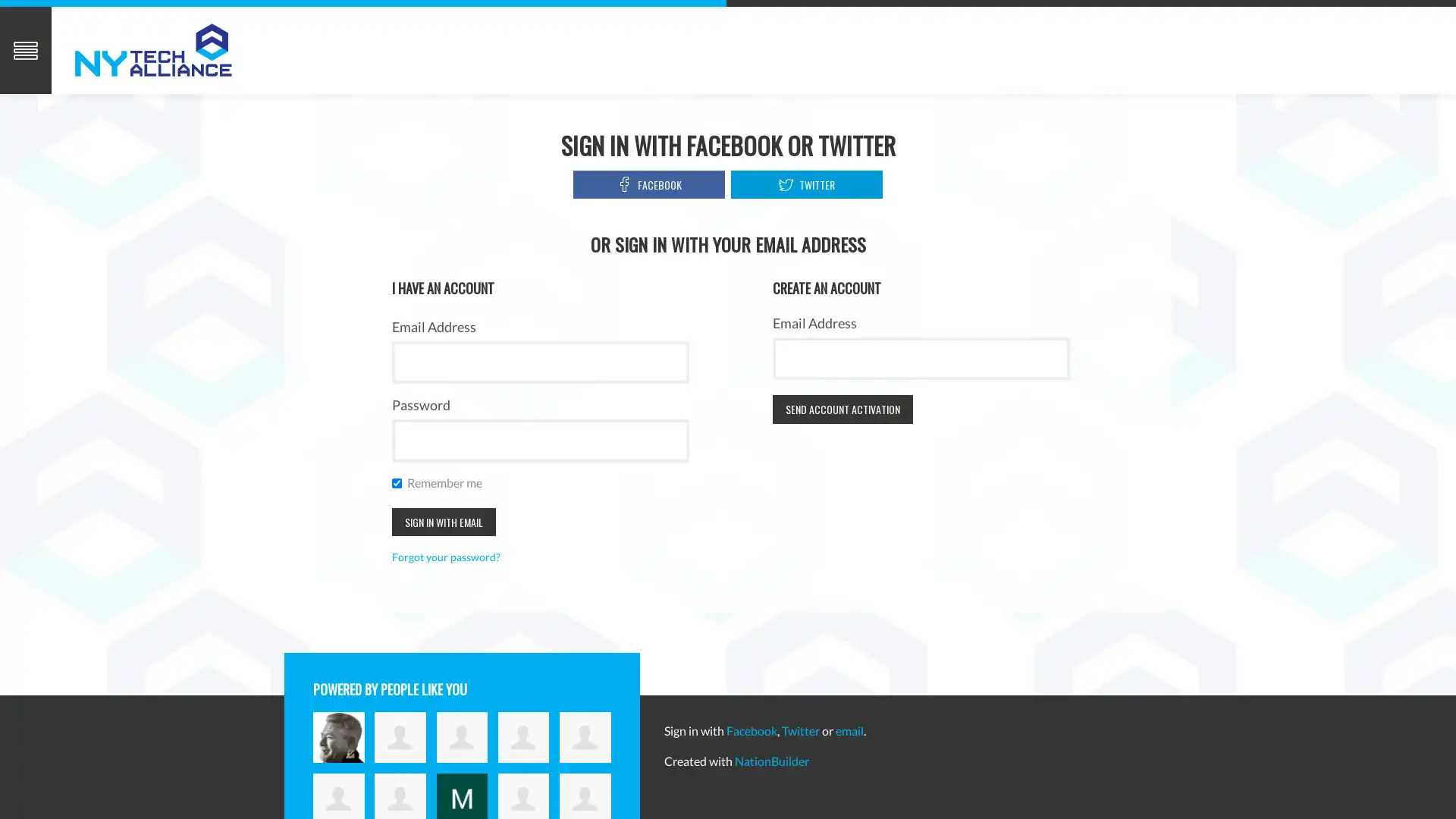  What do you see at coordinates (842, 408) in the screenshot?
I see `Send account activation` at bounding box center [842, 408].